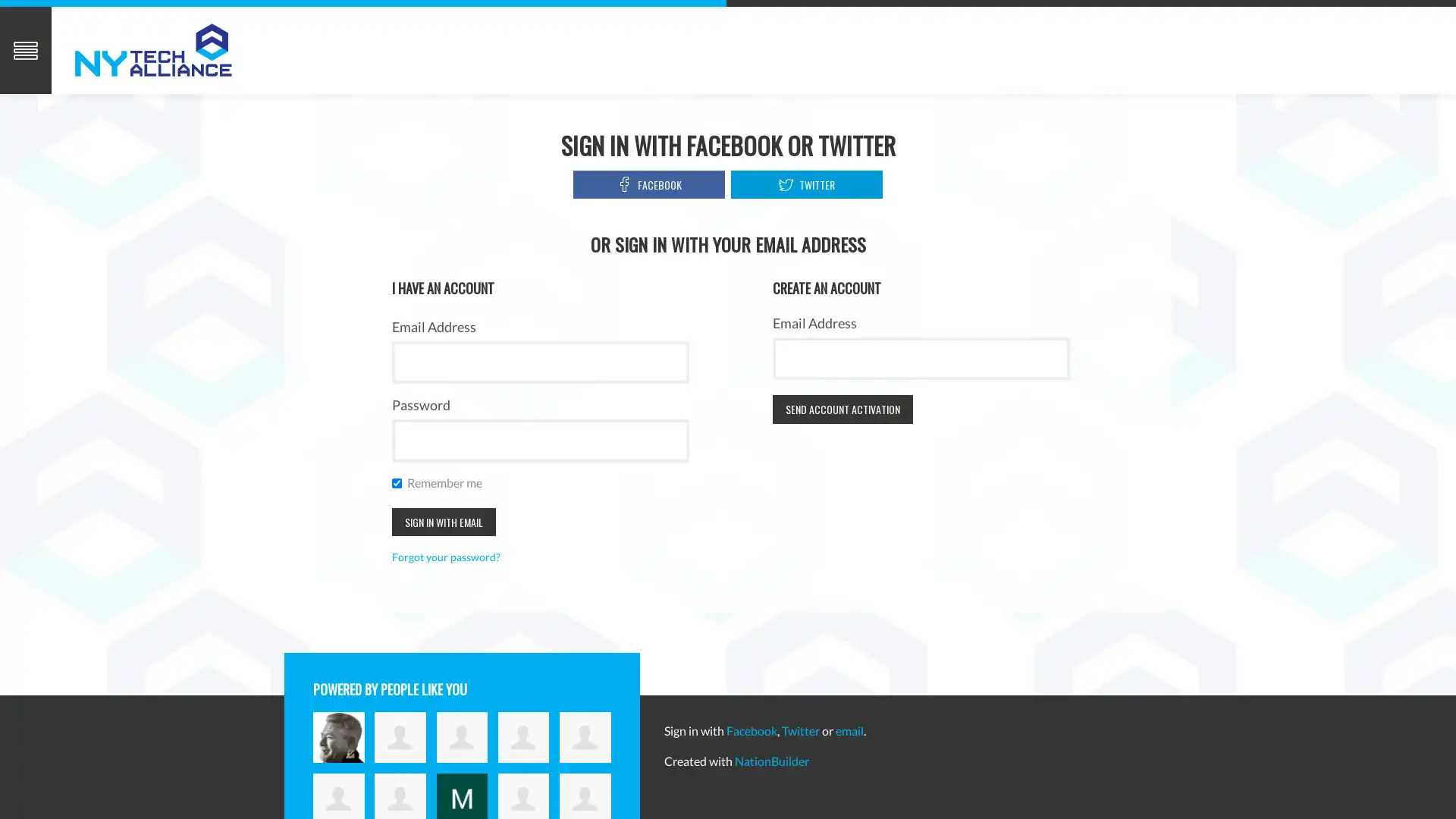  What do you see at coordinates (842, 408) in the screenshot?
I see `Send account activation` at bounding box center [842, 408].